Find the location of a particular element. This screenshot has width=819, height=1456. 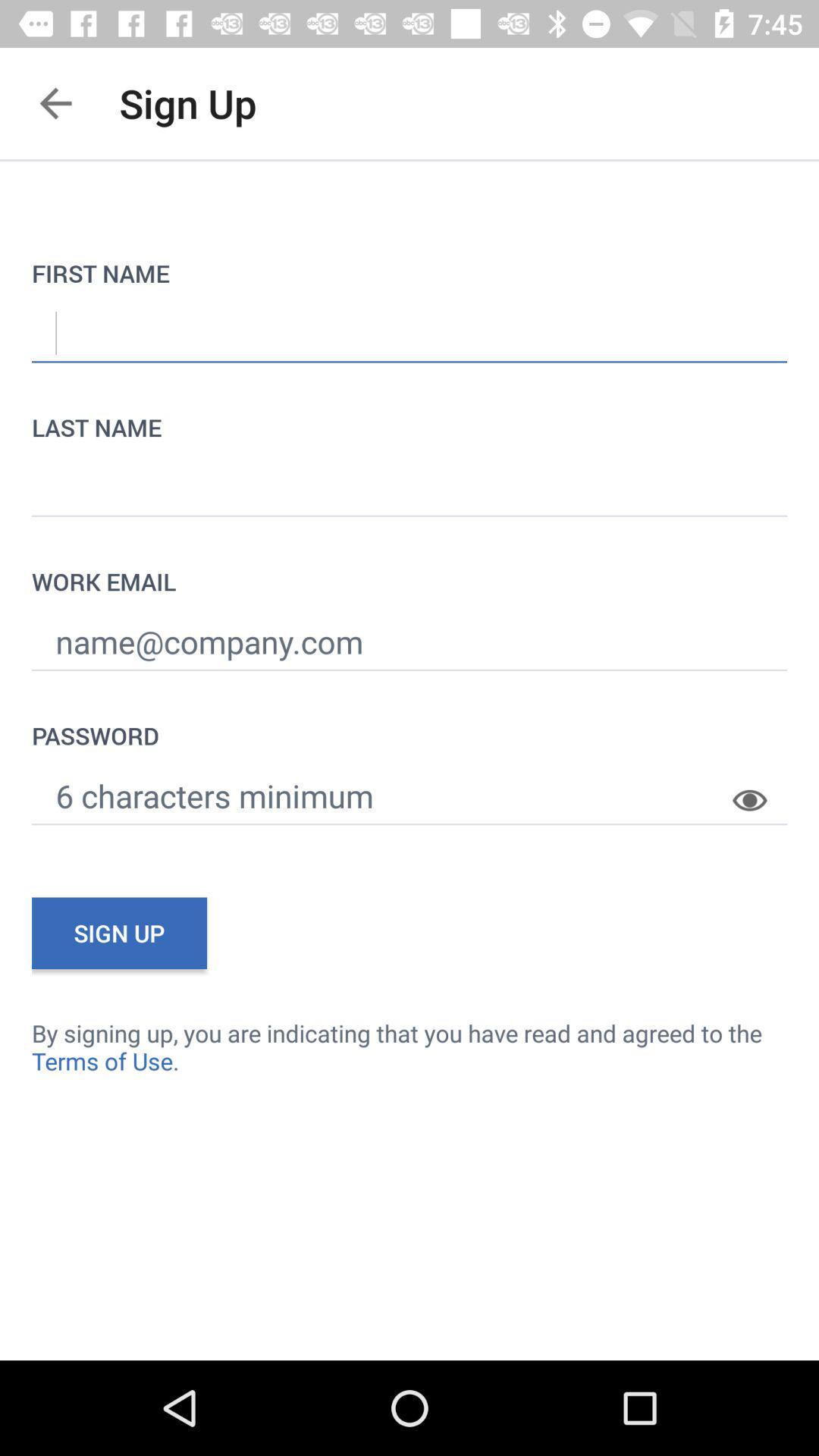

the by signing up icon is located at coordinates (409, 1046).